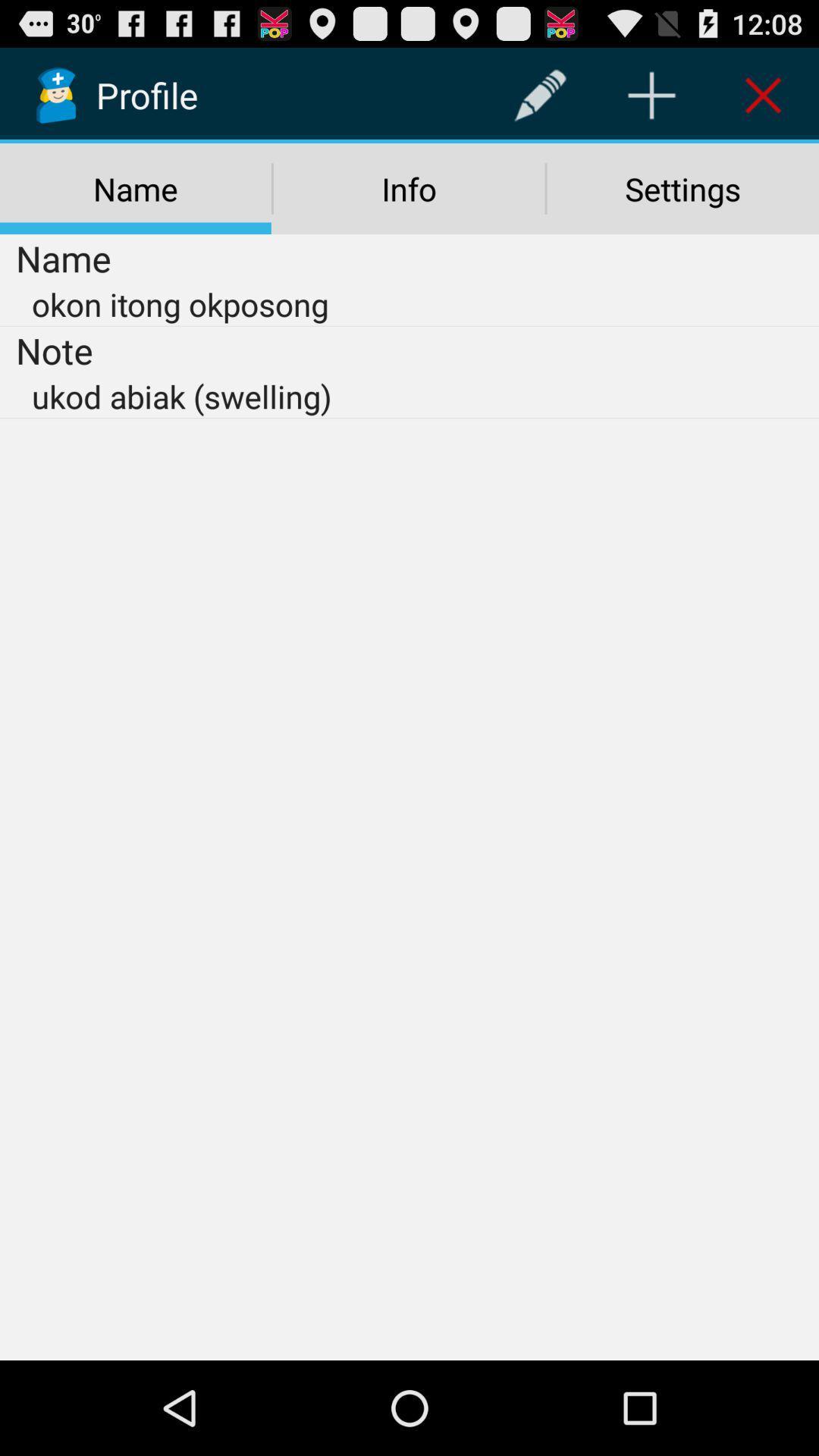  I want to click on item to the right of name, so click(539, 94).